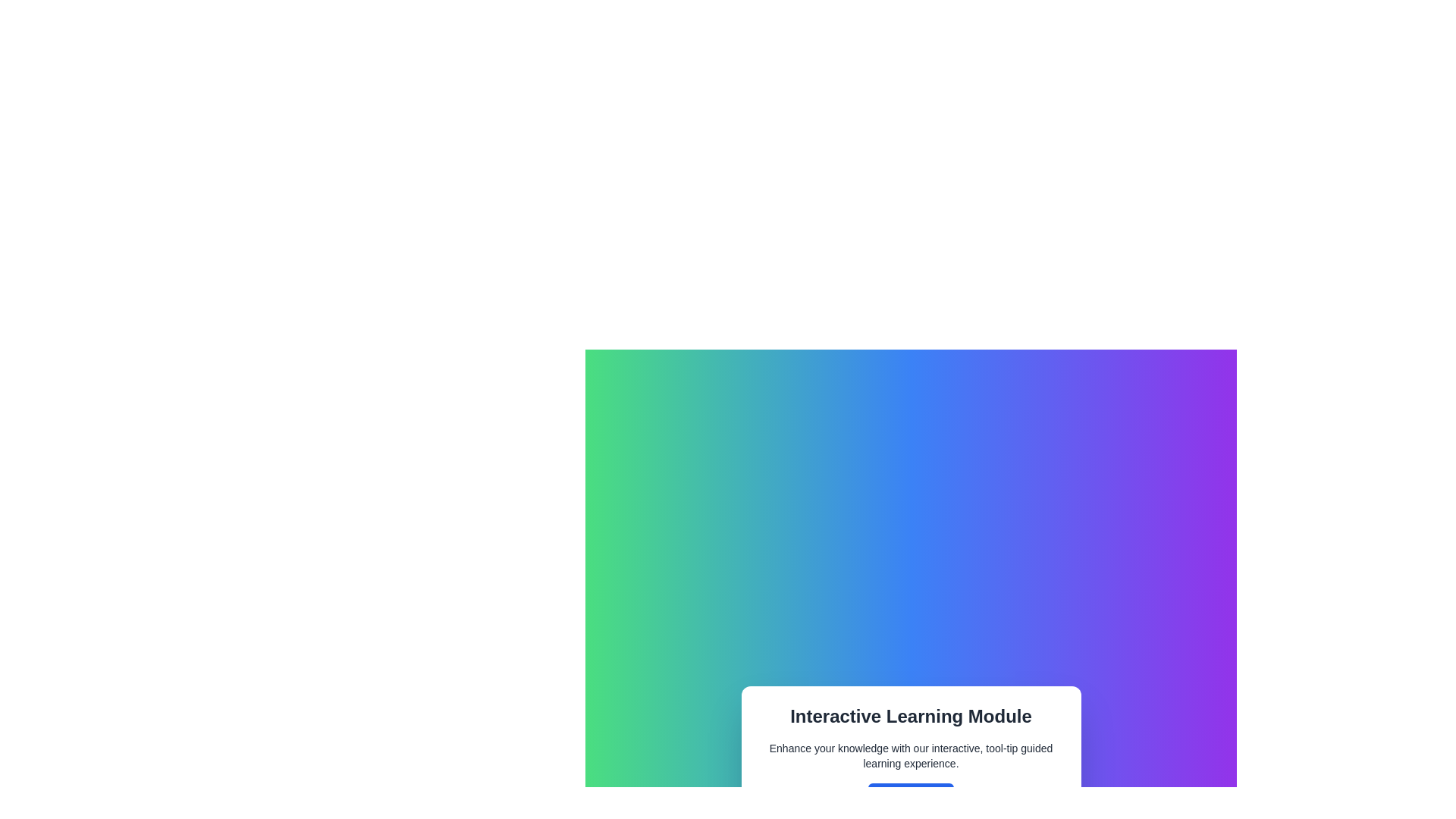  Describe the element at coordinates (910, 798) in the screenshot. I see `the prominent blue button labeled 'Learn More'` at that location.